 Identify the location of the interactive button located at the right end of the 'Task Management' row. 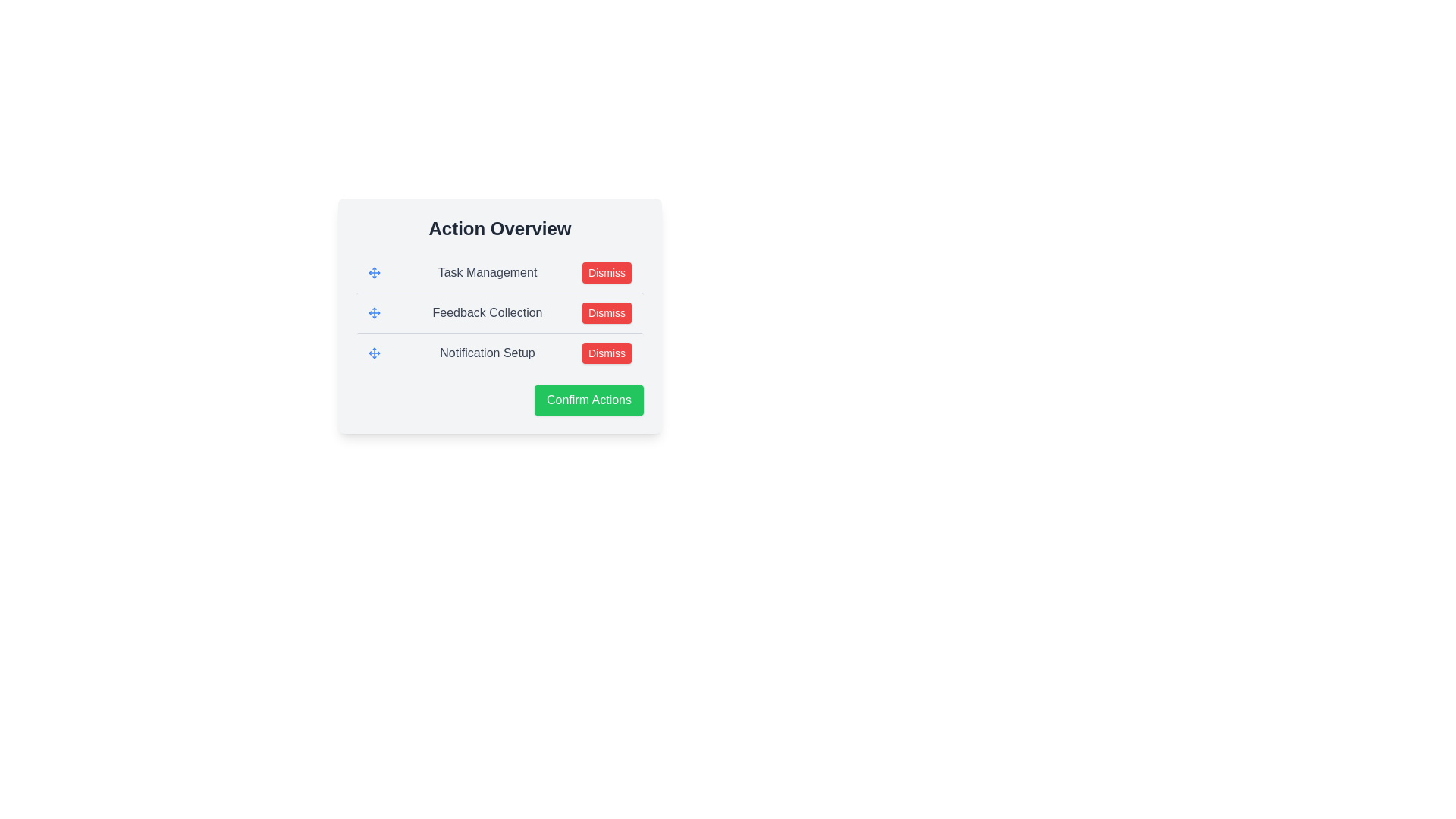
(607, 271).